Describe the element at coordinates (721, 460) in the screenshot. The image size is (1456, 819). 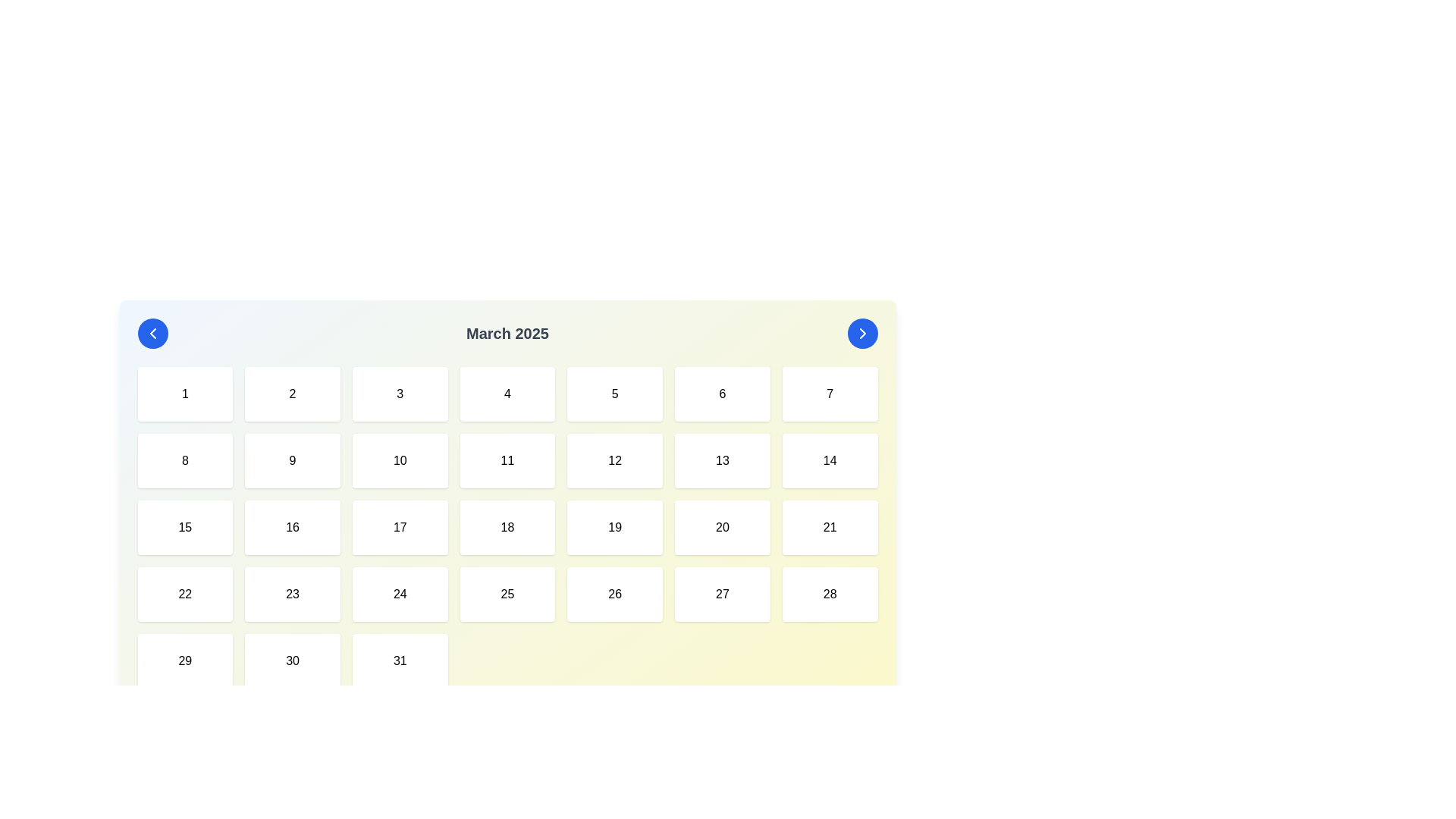
I see `the calendar day button representing the 13th day to change its background color` at that location.